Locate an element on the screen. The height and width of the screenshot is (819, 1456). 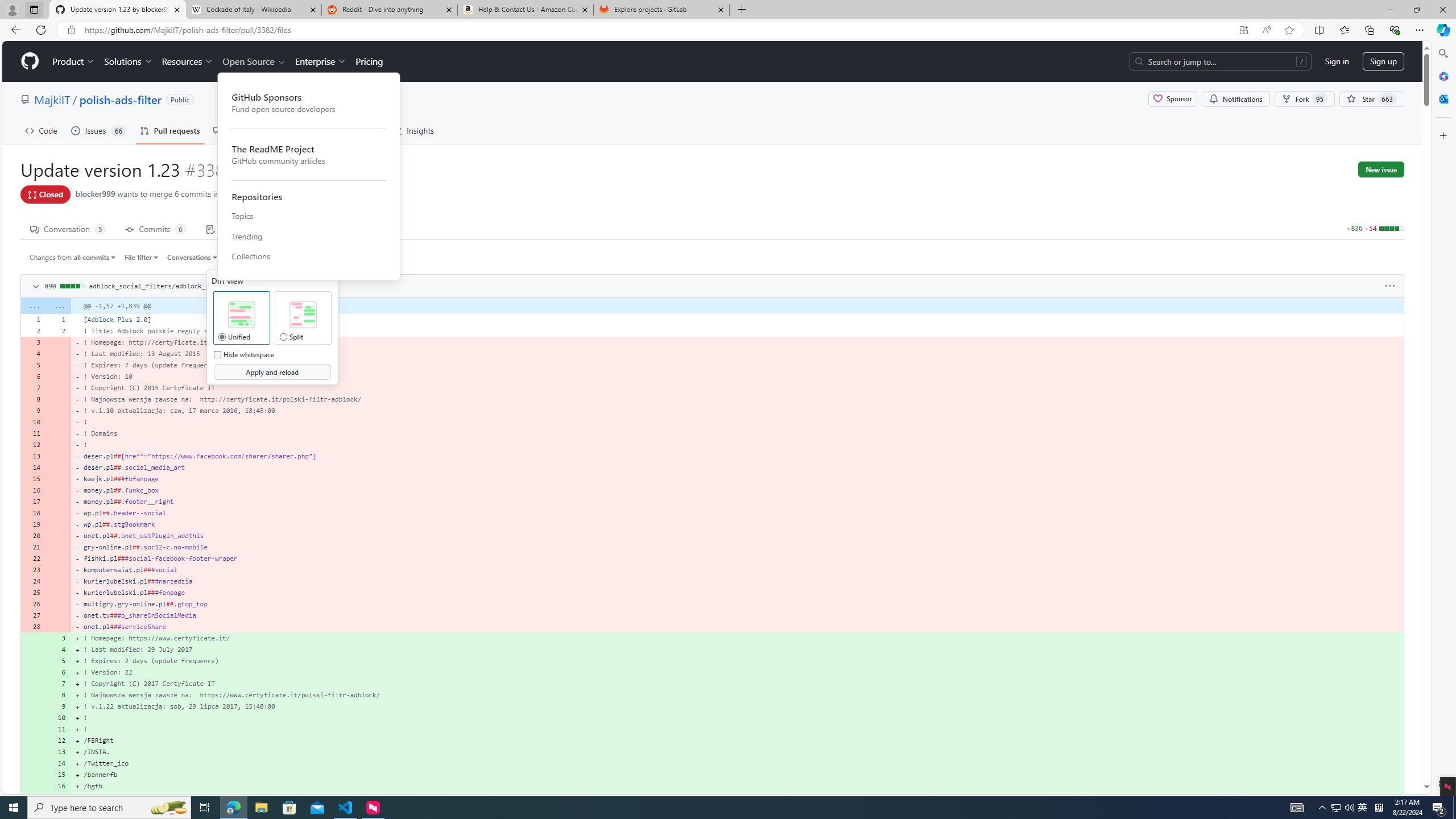
'Resources' is located at coordinates (188, 61).